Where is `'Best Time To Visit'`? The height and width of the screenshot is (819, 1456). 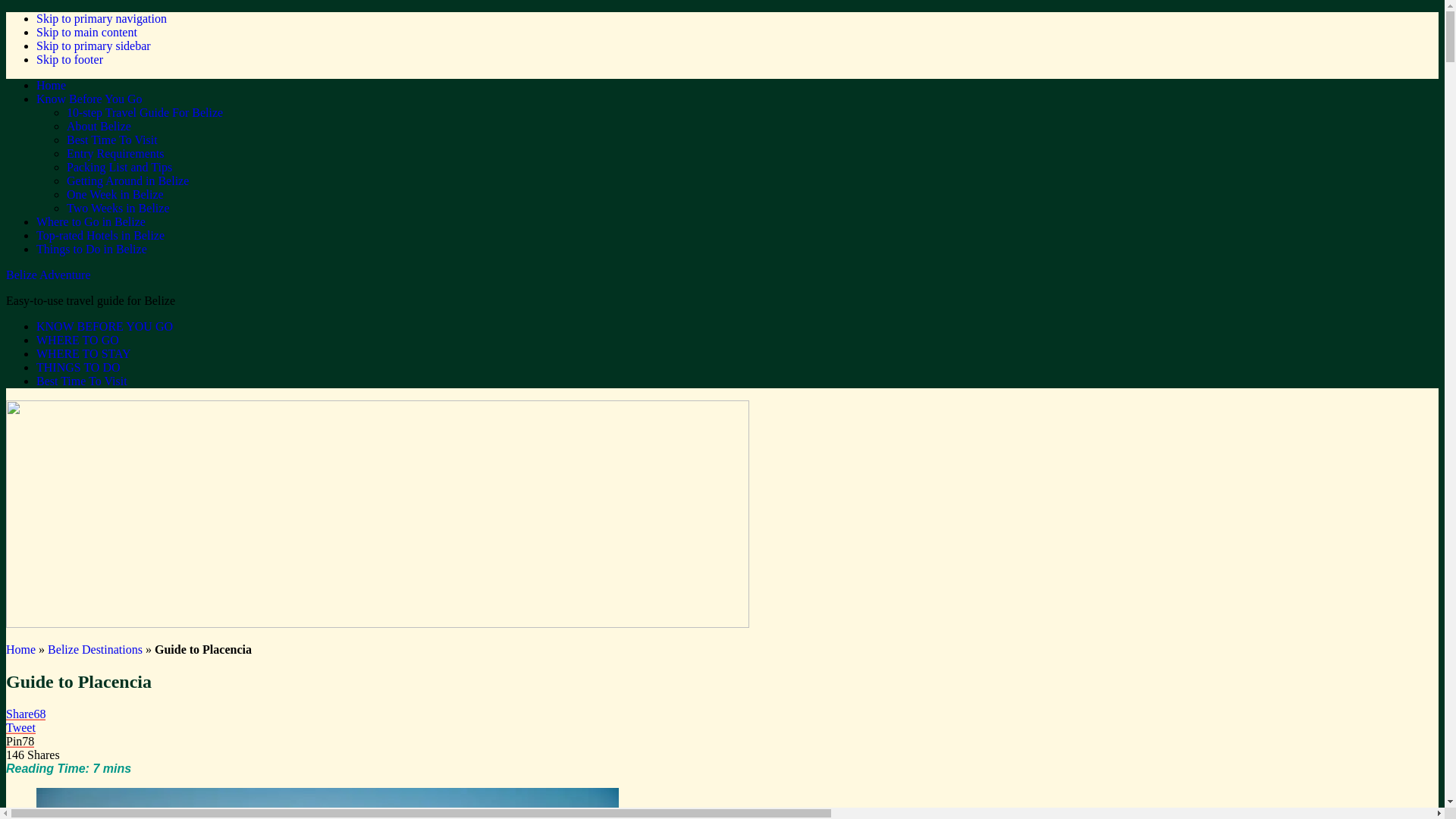
'Best Time To Visit' is located at coordinates (80, 380).